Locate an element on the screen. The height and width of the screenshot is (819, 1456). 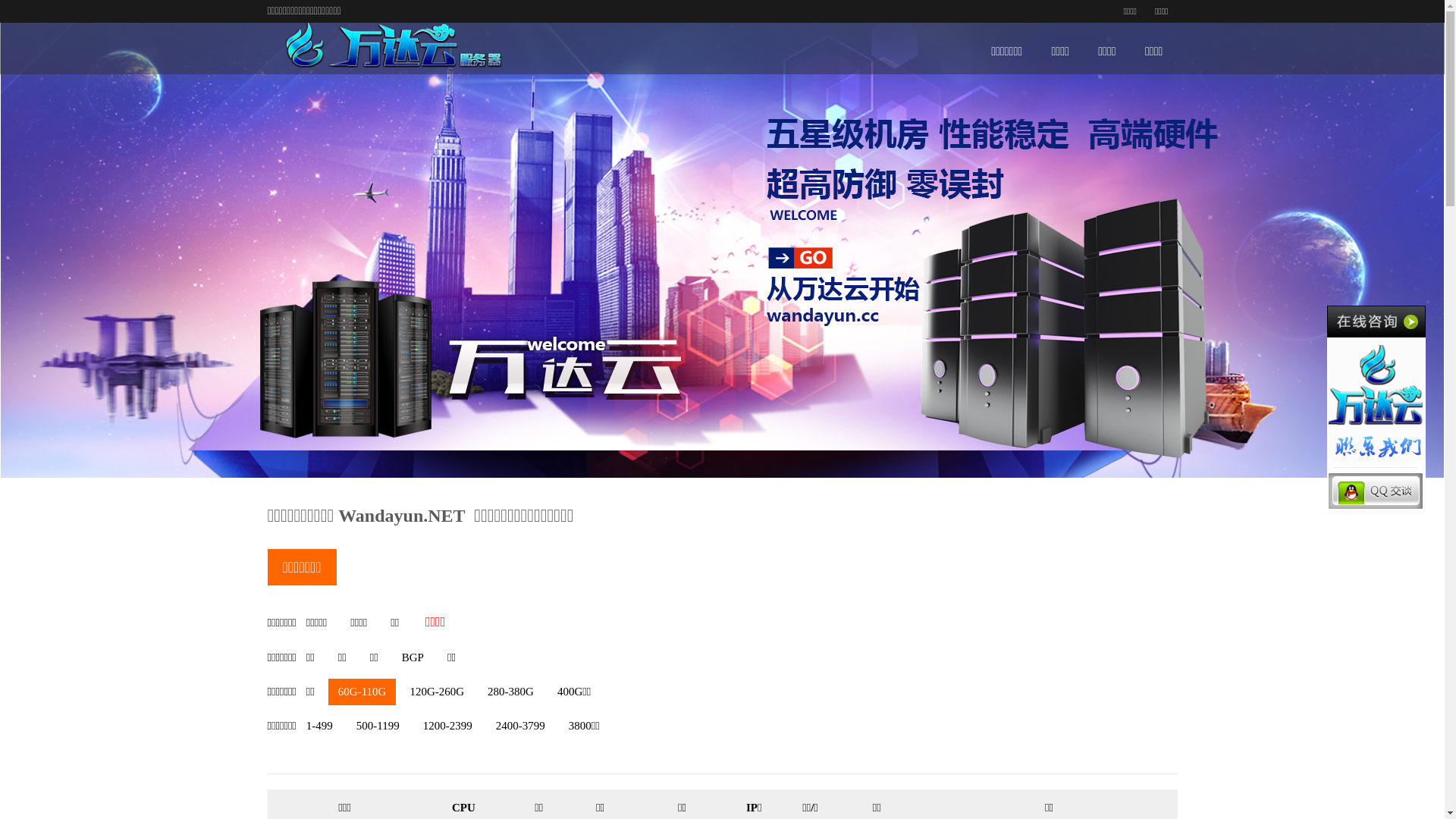
'500-1199' is located at coordinates (378, 725).